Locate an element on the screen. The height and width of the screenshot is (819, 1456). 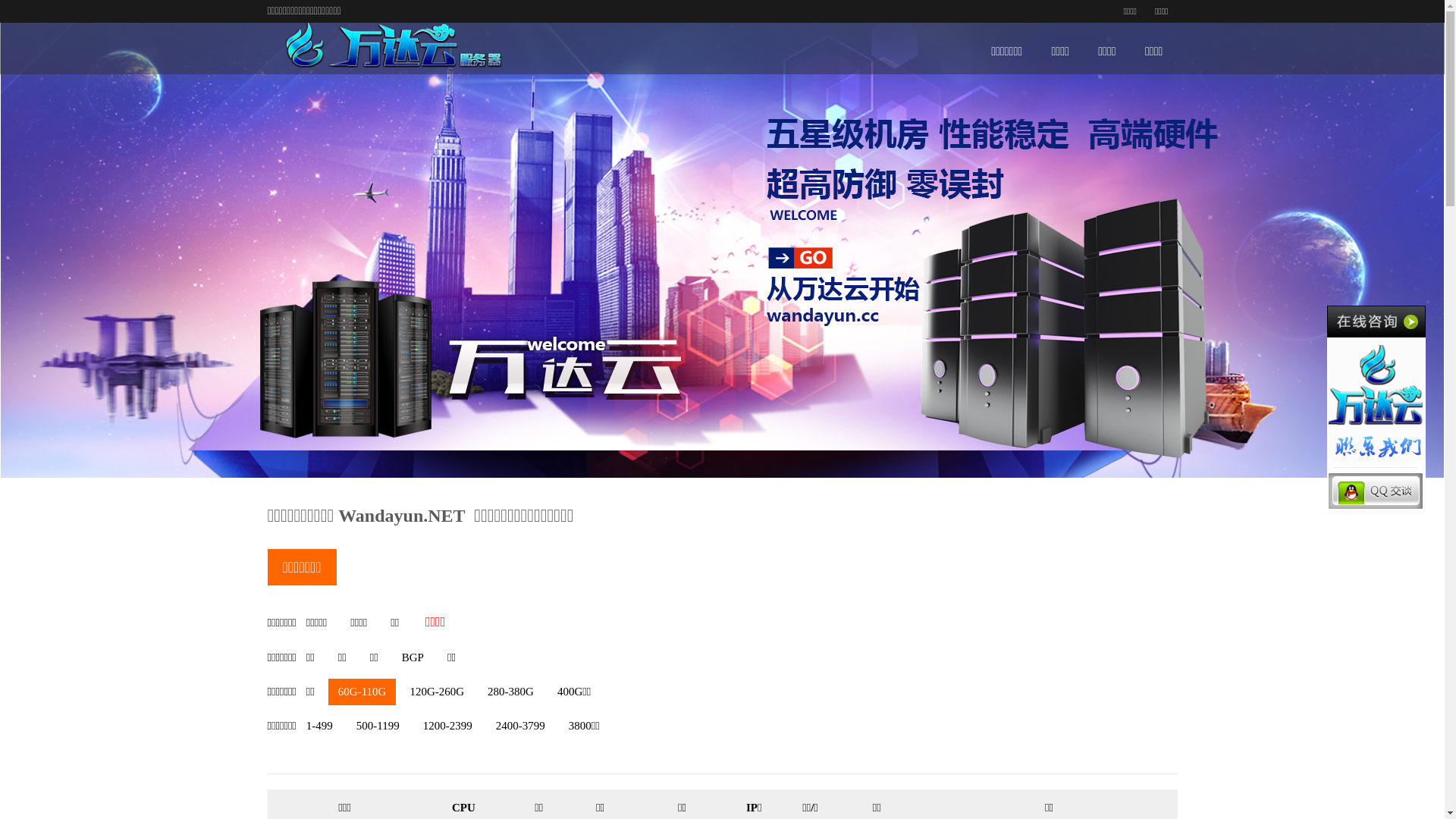
'500-1199' is located at coordinates (378, 725).